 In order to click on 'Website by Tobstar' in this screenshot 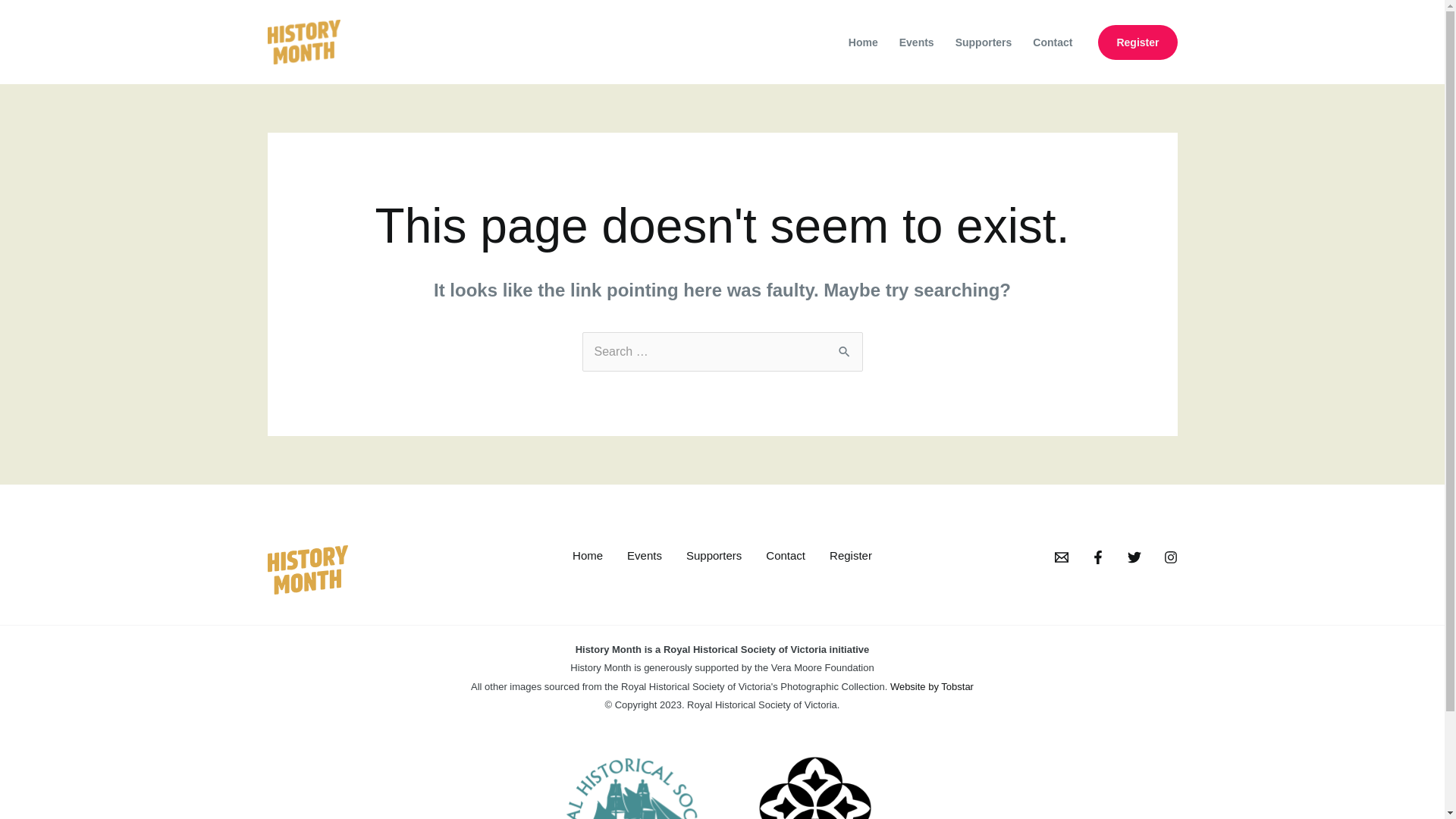, I will do `click(930, 686)`.